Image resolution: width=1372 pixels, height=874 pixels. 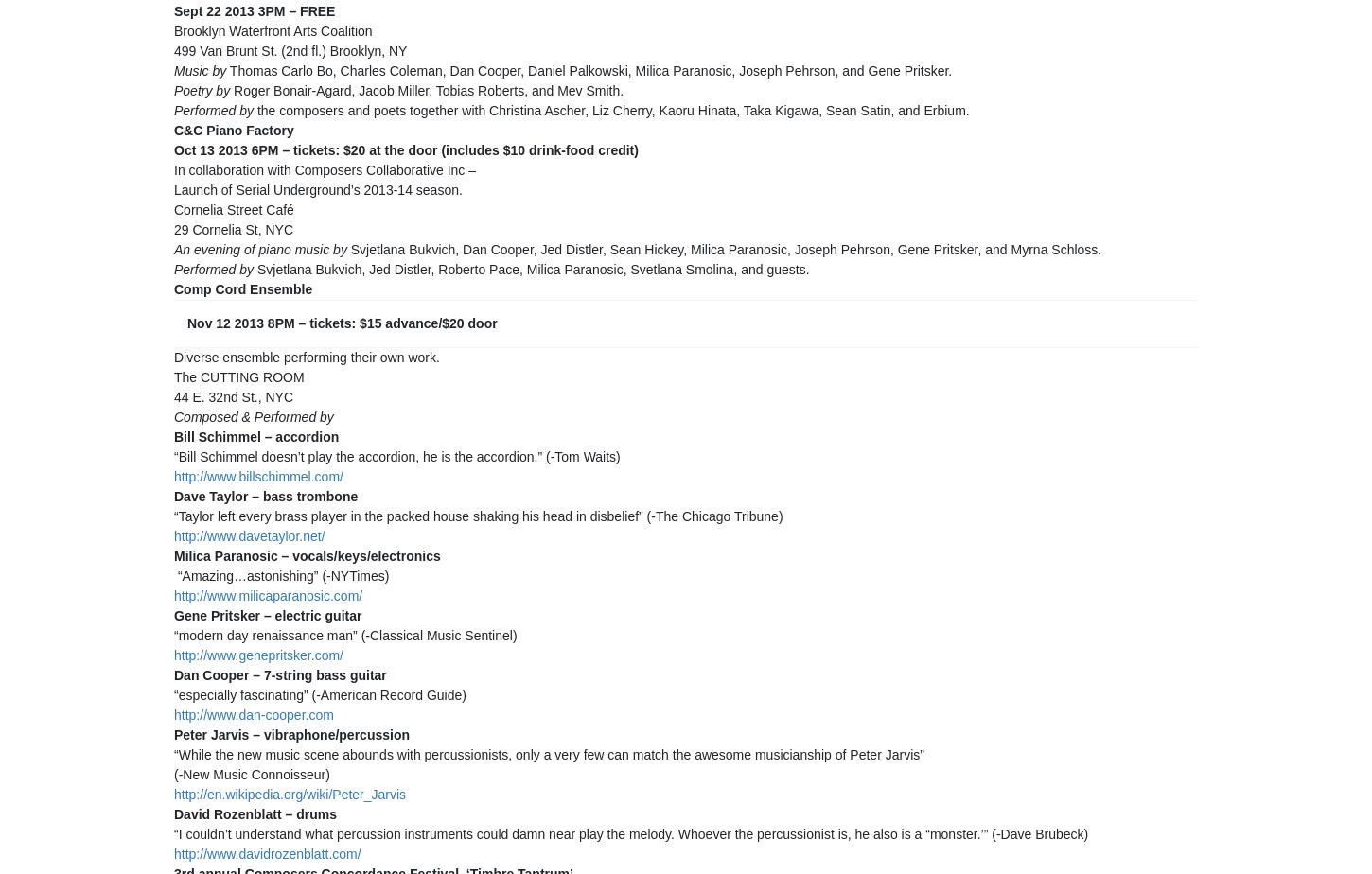 I want to click on '“modern day renaissance man” (-Classical Music Sentinel)', so click(x=173, y=636).